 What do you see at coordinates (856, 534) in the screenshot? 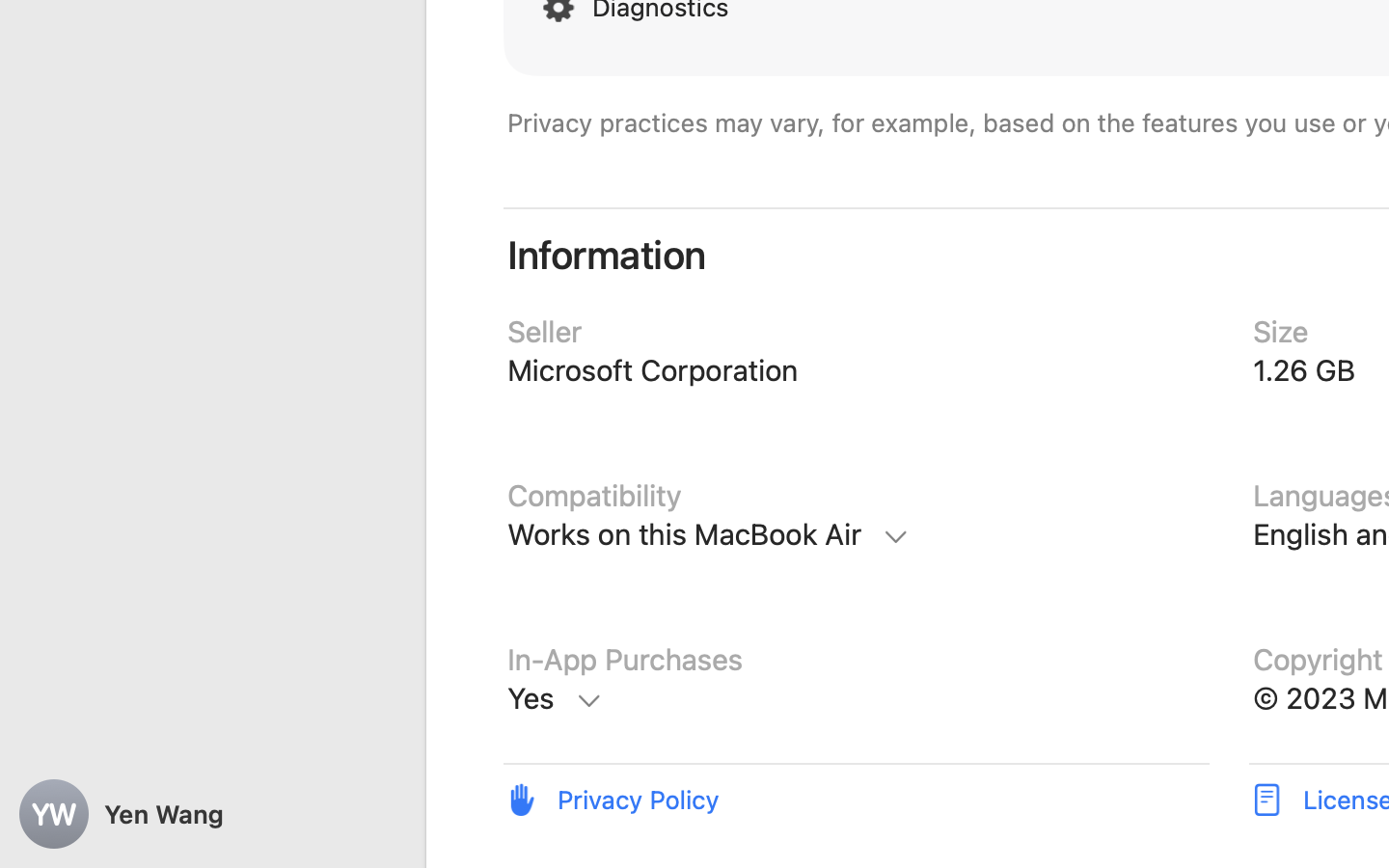
I see `'Compatibility, Mac, Requires macOS 12.0 or later'` at bounding box center [856, 534].